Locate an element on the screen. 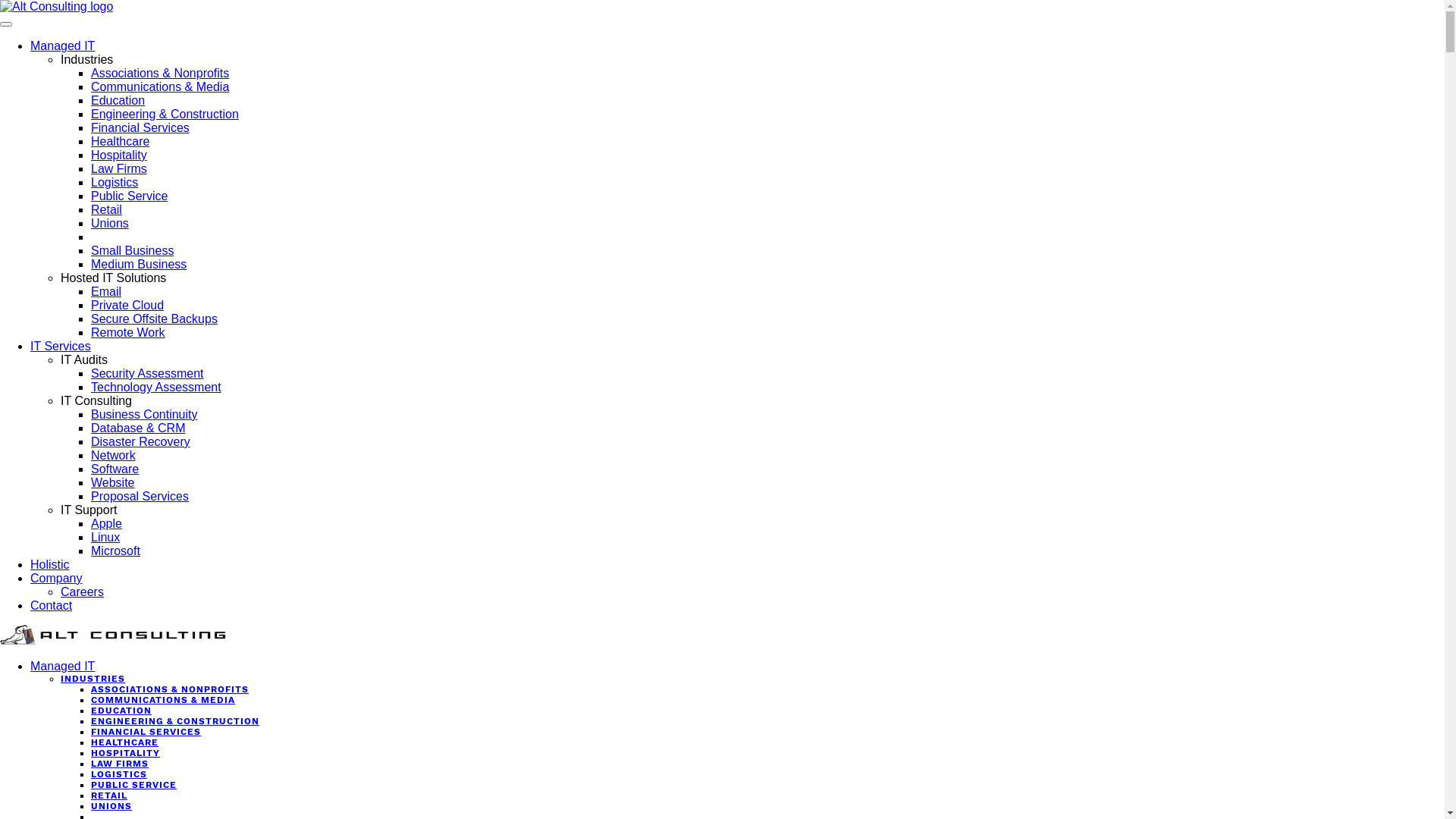  'FINANCIAL SERVICES' is located at coordinates (146, 730).